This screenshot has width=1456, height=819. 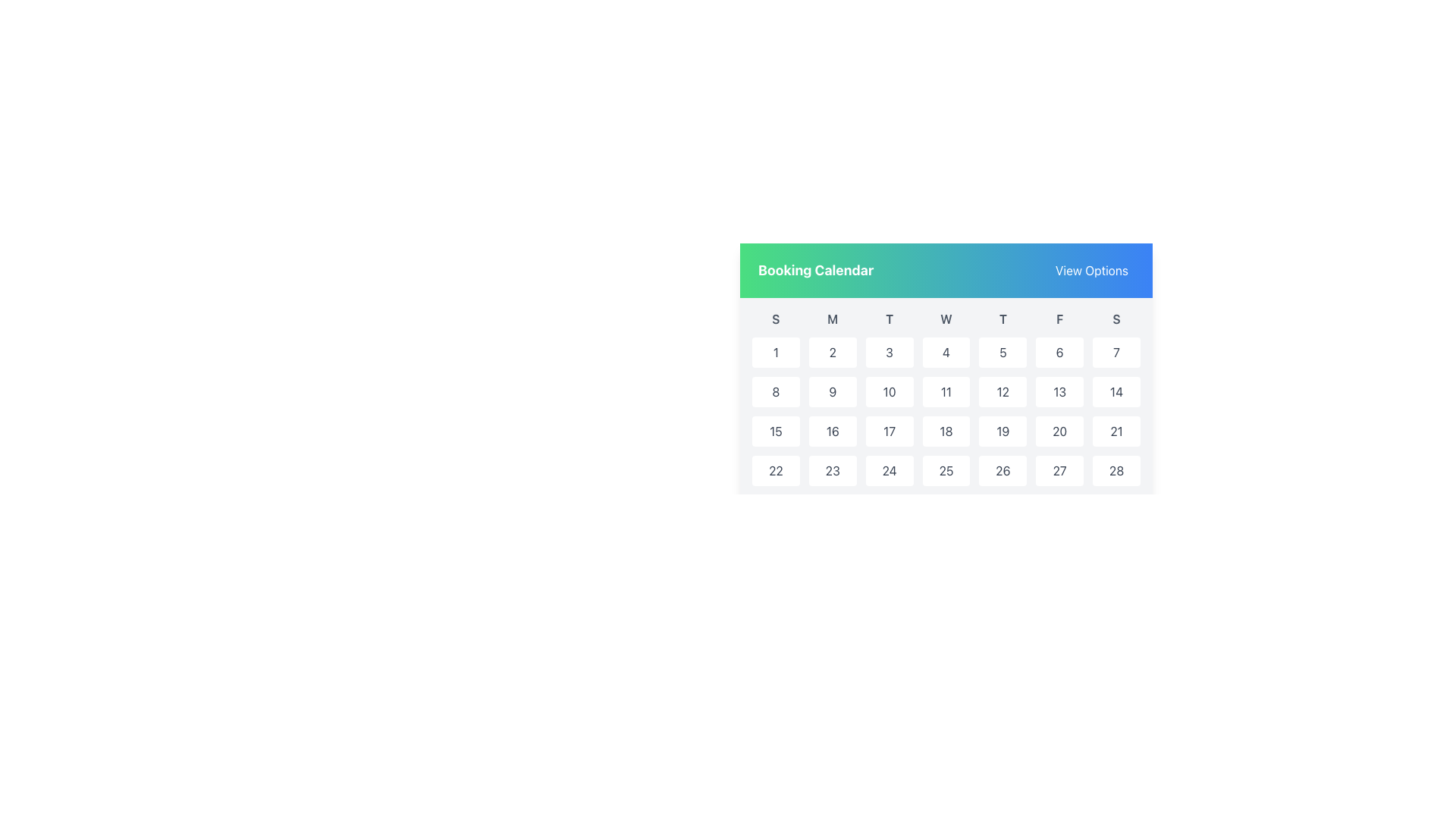 What do you see at coordinates (1116, 353) in the screenshot?
I see `text content of the calendar day element representing '7' located under the 'S' heading in the calendar interface` at bounding box center [1116, 353].